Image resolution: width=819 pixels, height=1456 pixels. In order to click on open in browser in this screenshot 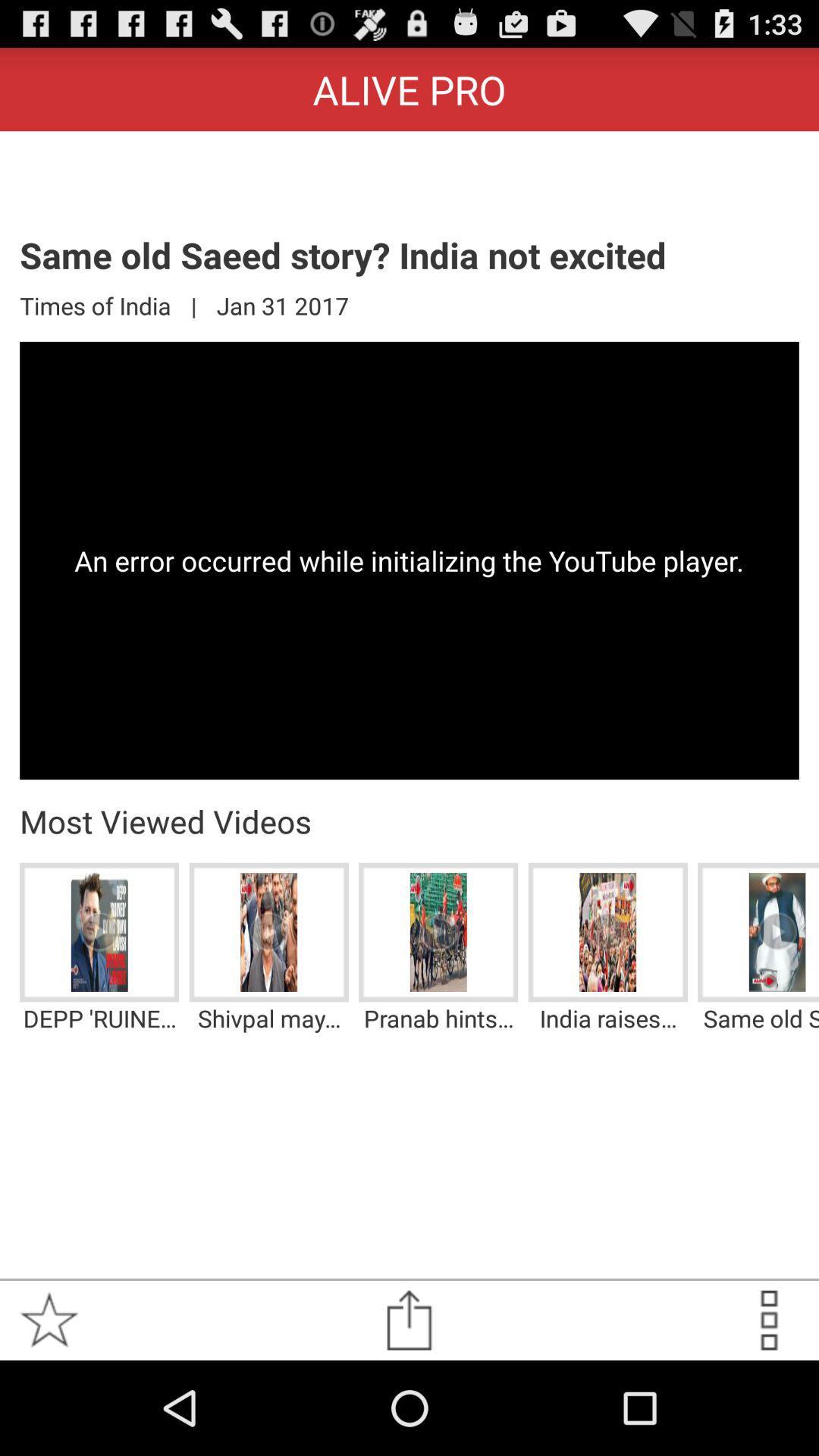, I will do `click(408, 1319)`.